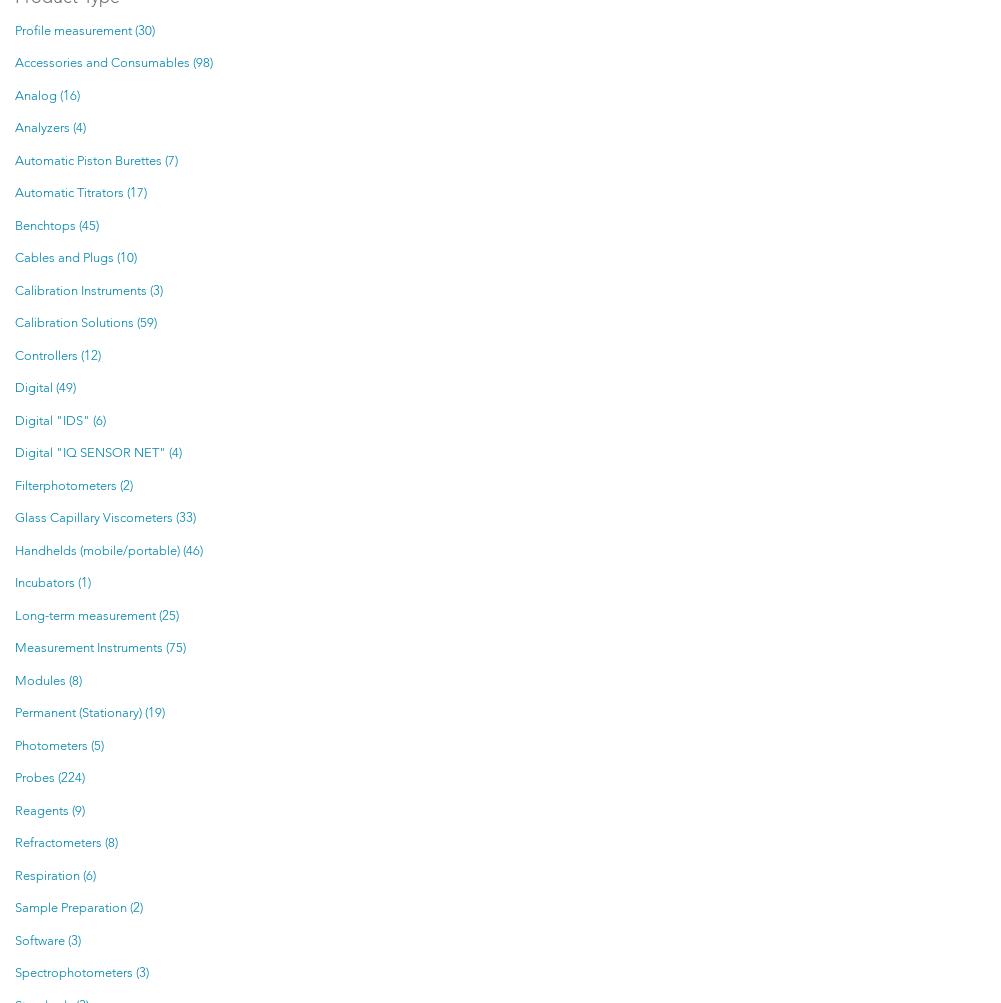  Describe the element at coordinates (104, 517) in the screenshot. I see `'Glass Capillary Viscometers (33)'` at that location.